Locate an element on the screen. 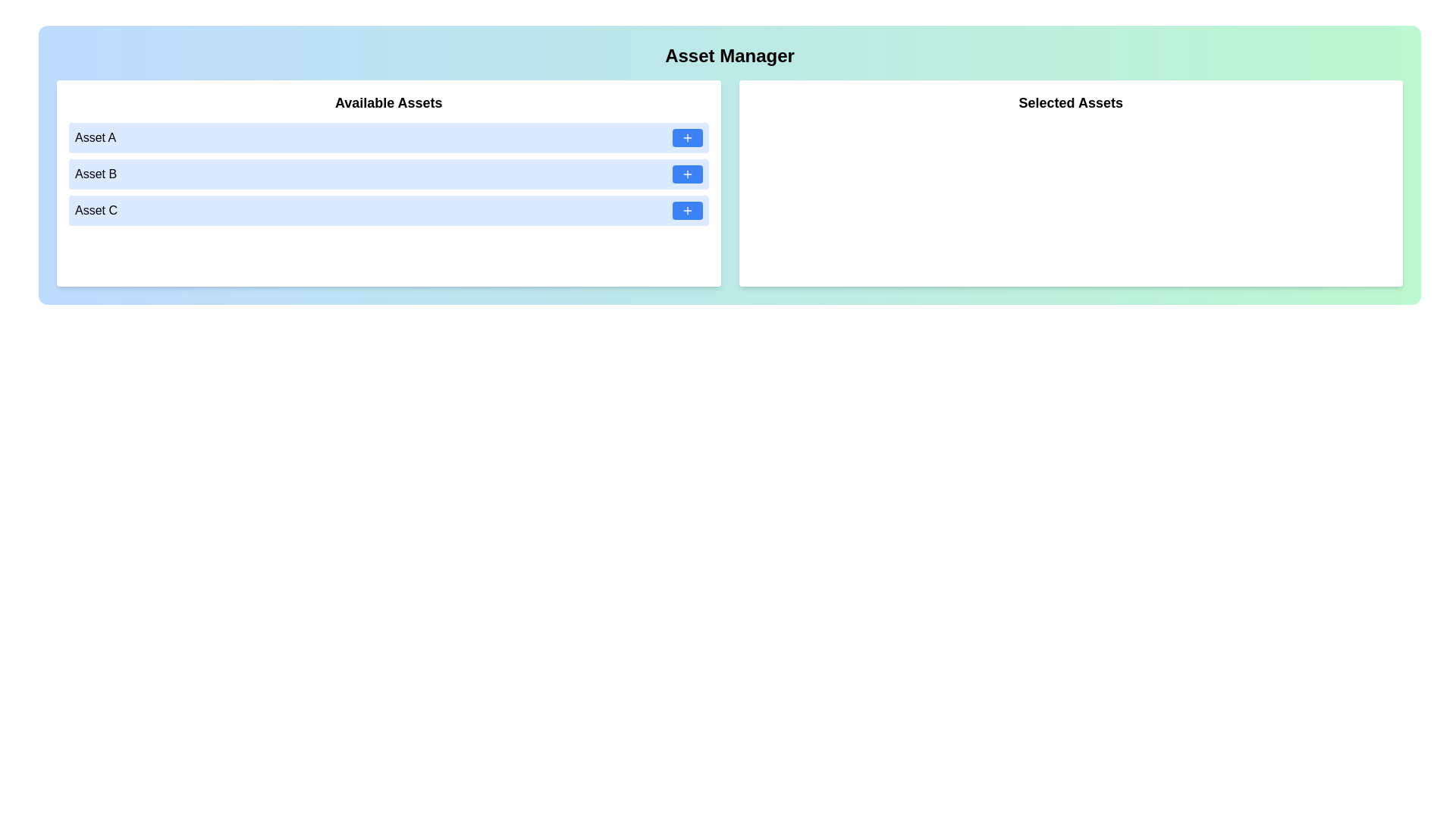 The width and height of the screenshot is (1456, 819). '+' button for the asset labeled 'Asset A' in the 'Available Assets' section is located at coordinates (686, 137).